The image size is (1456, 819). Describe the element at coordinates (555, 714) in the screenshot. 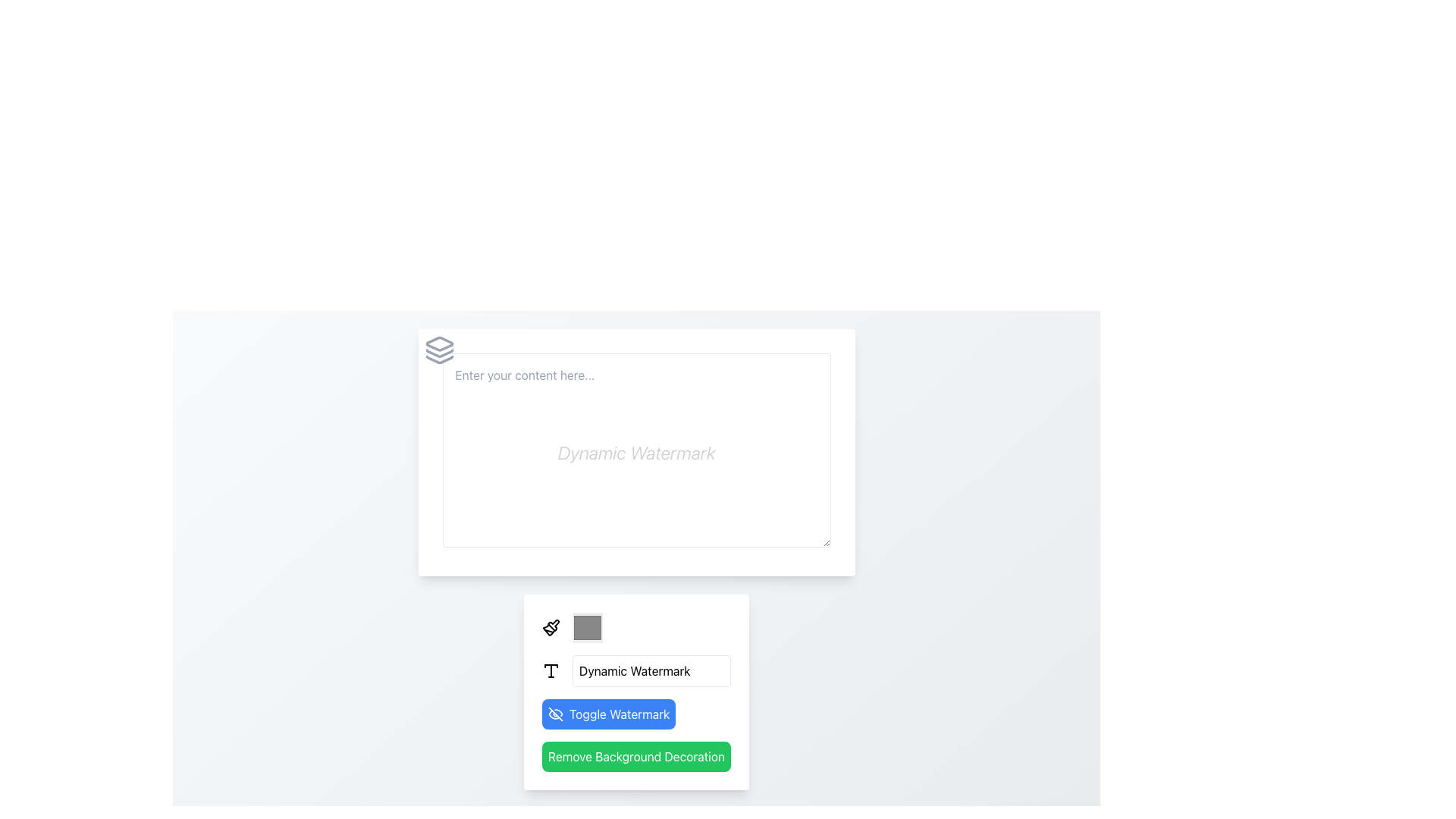

I see `the 'Toggle Watermark' button, specifically the crossed-out eye icon to check for visual indication of the current state` at that location.